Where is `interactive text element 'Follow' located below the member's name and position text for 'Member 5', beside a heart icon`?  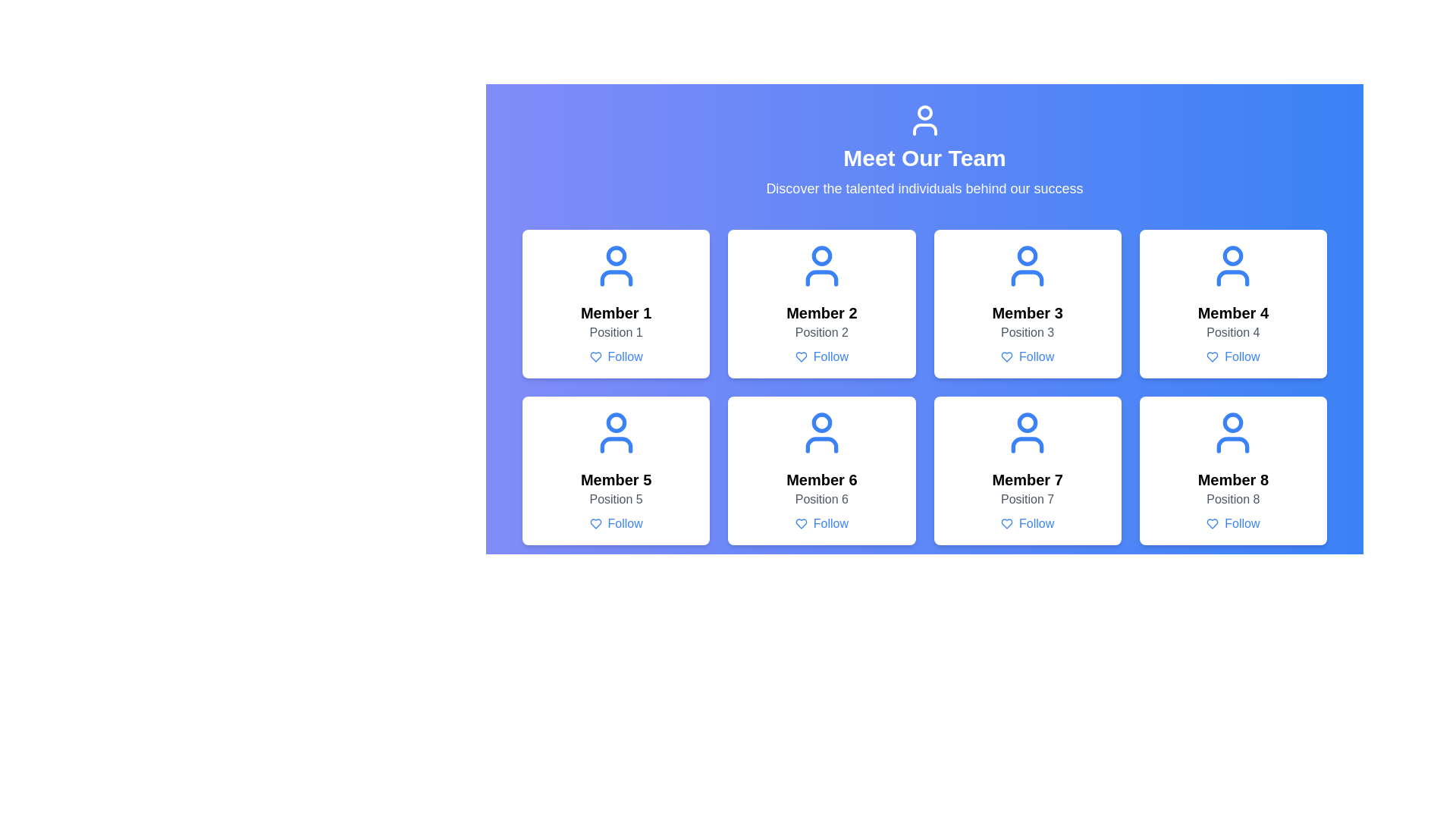 interactive text element 'Follow' located below the member's name and position text for 'Member 5', beside a heart icon is located at coordinates (625, 522).